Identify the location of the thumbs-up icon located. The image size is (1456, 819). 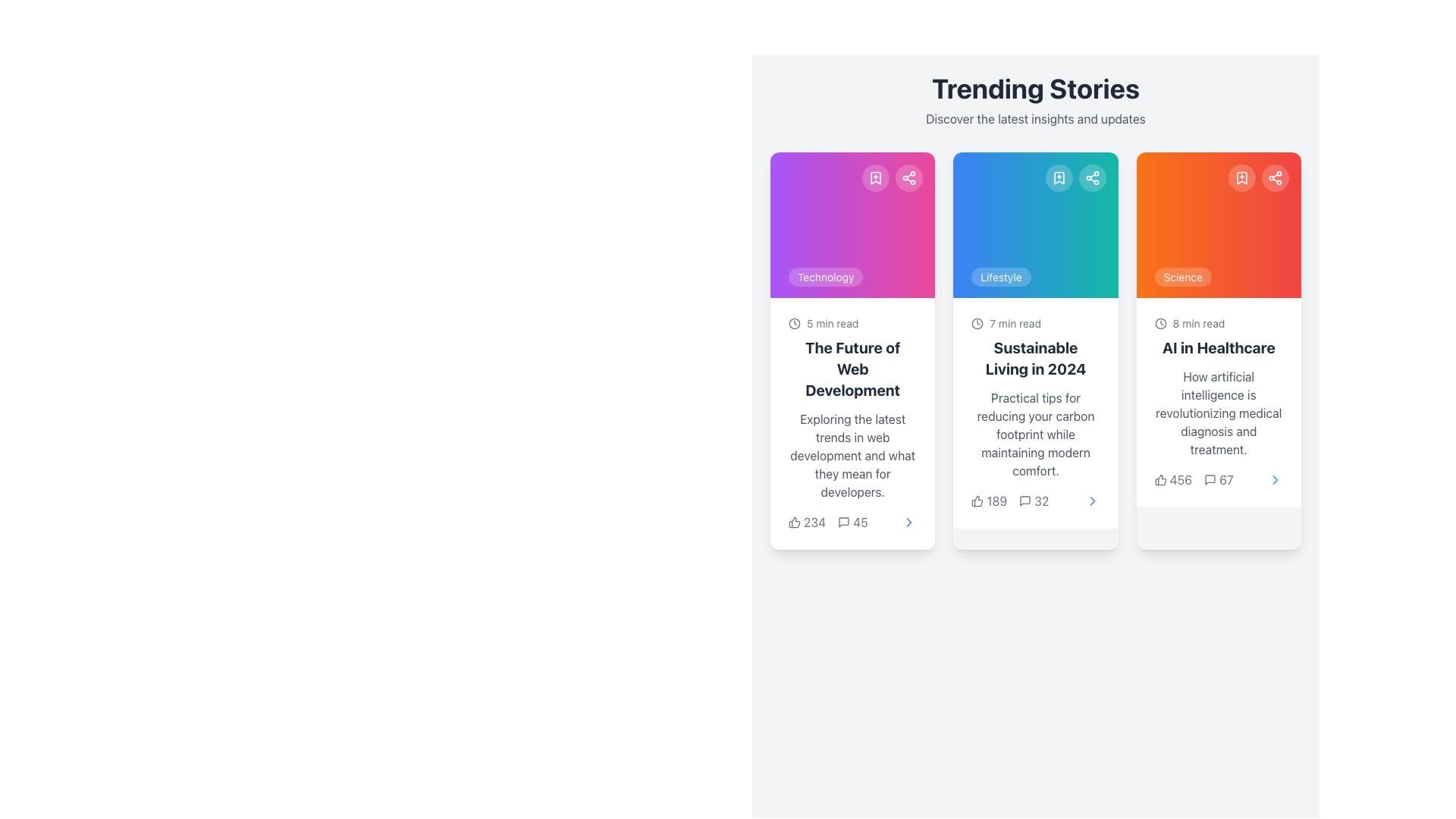
(1159, 479).